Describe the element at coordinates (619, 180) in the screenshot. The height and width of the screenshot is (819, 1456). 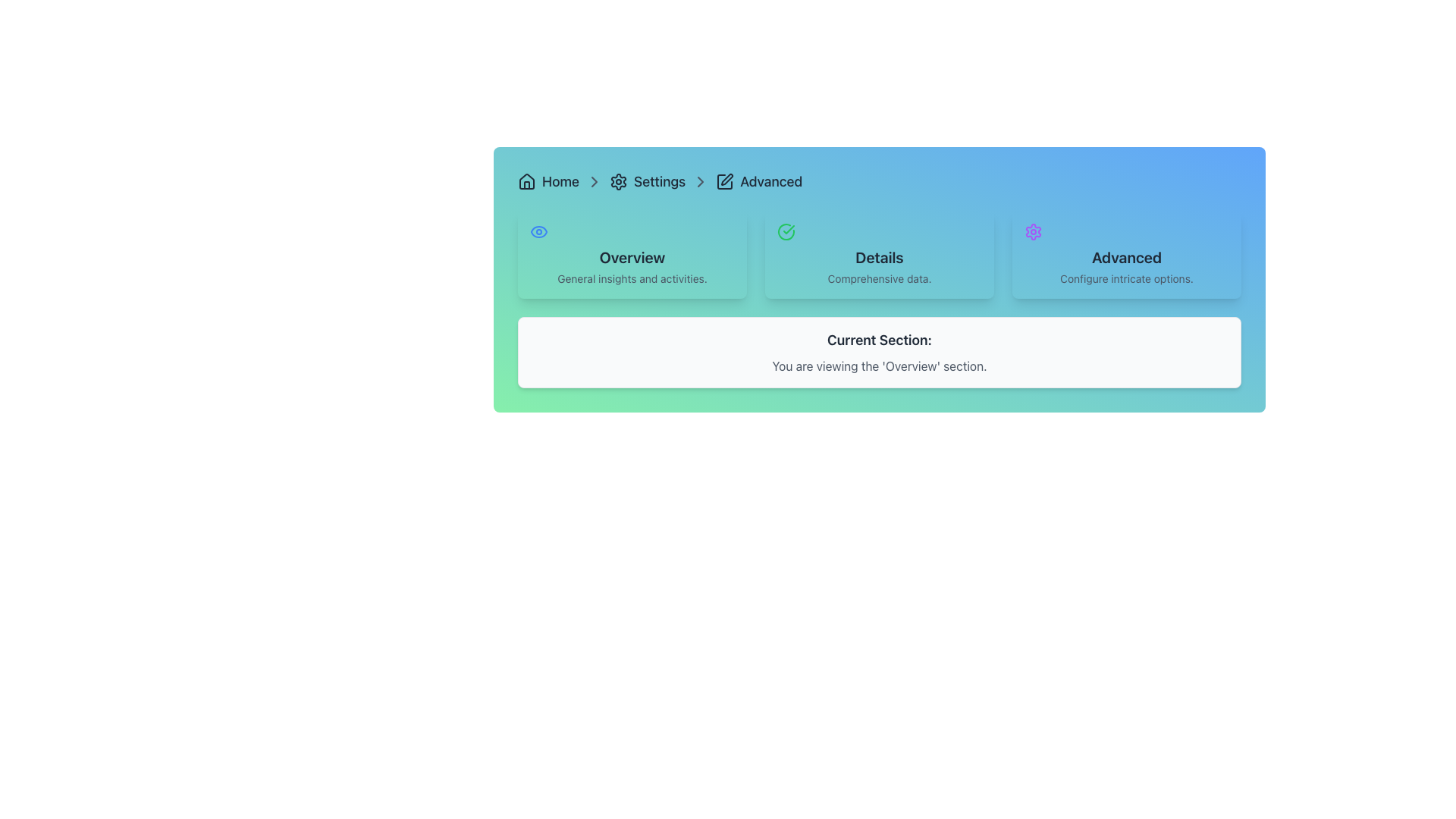
I see `the gear-like icon representing 'Settings' located in the top navigation bar, between the 'Home' and 'Advanced' breadcrumb links` at that location.